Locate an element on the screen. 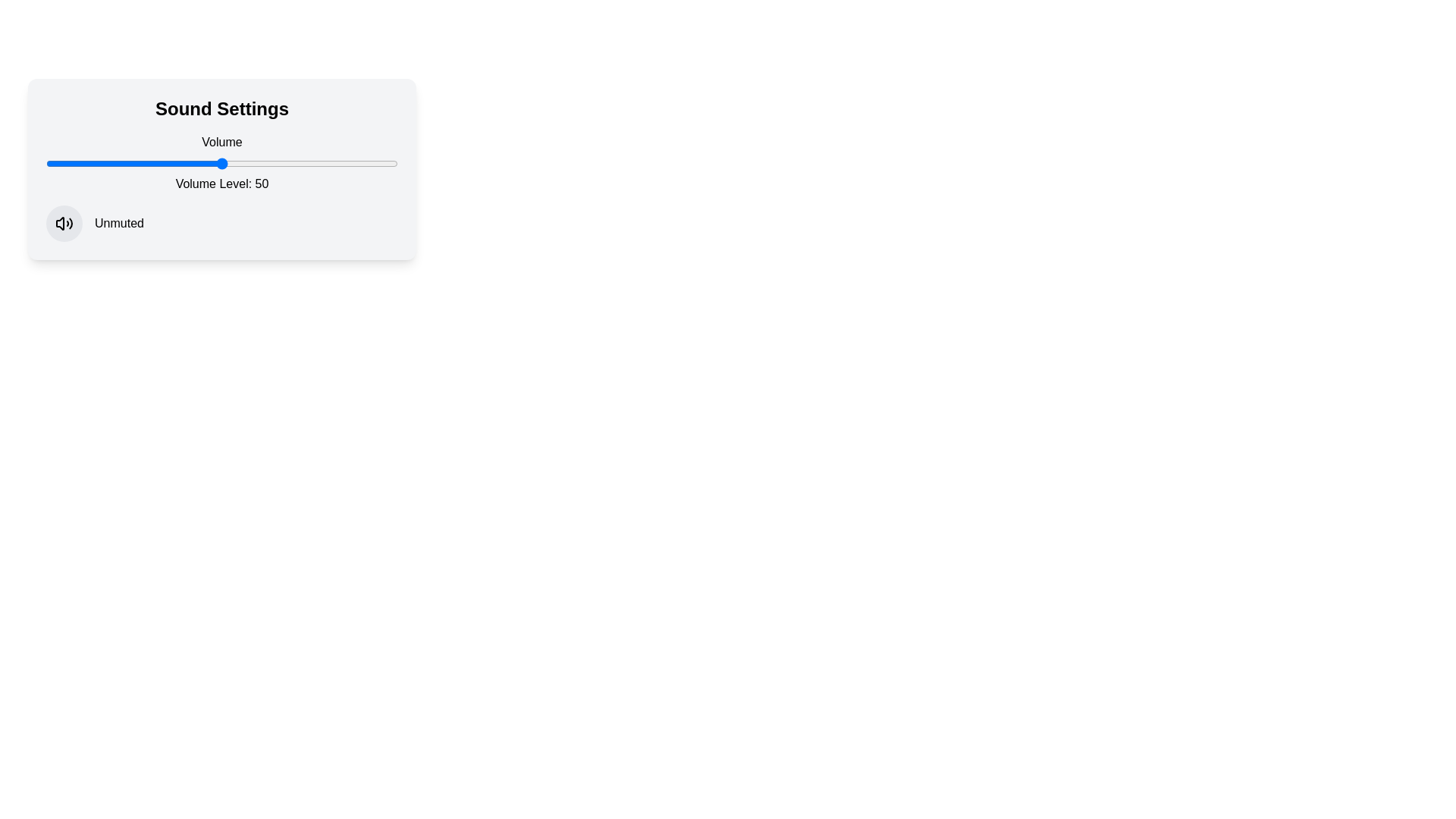  the volume is located at coordinates (196, 164).